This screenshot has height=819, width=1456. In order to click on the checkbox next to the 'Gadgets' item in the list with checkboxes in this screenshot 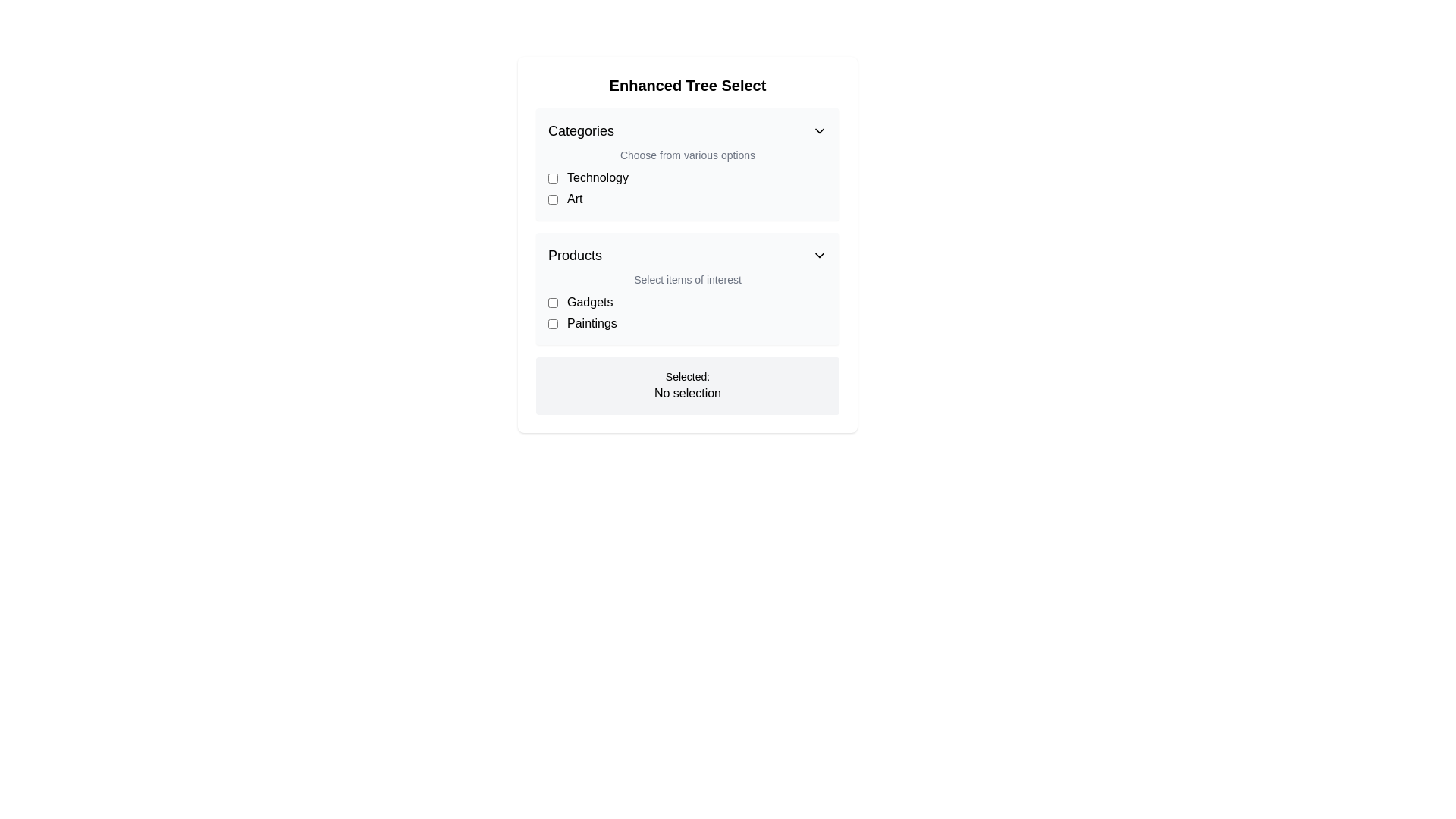, I will do `click(687, 312)`.